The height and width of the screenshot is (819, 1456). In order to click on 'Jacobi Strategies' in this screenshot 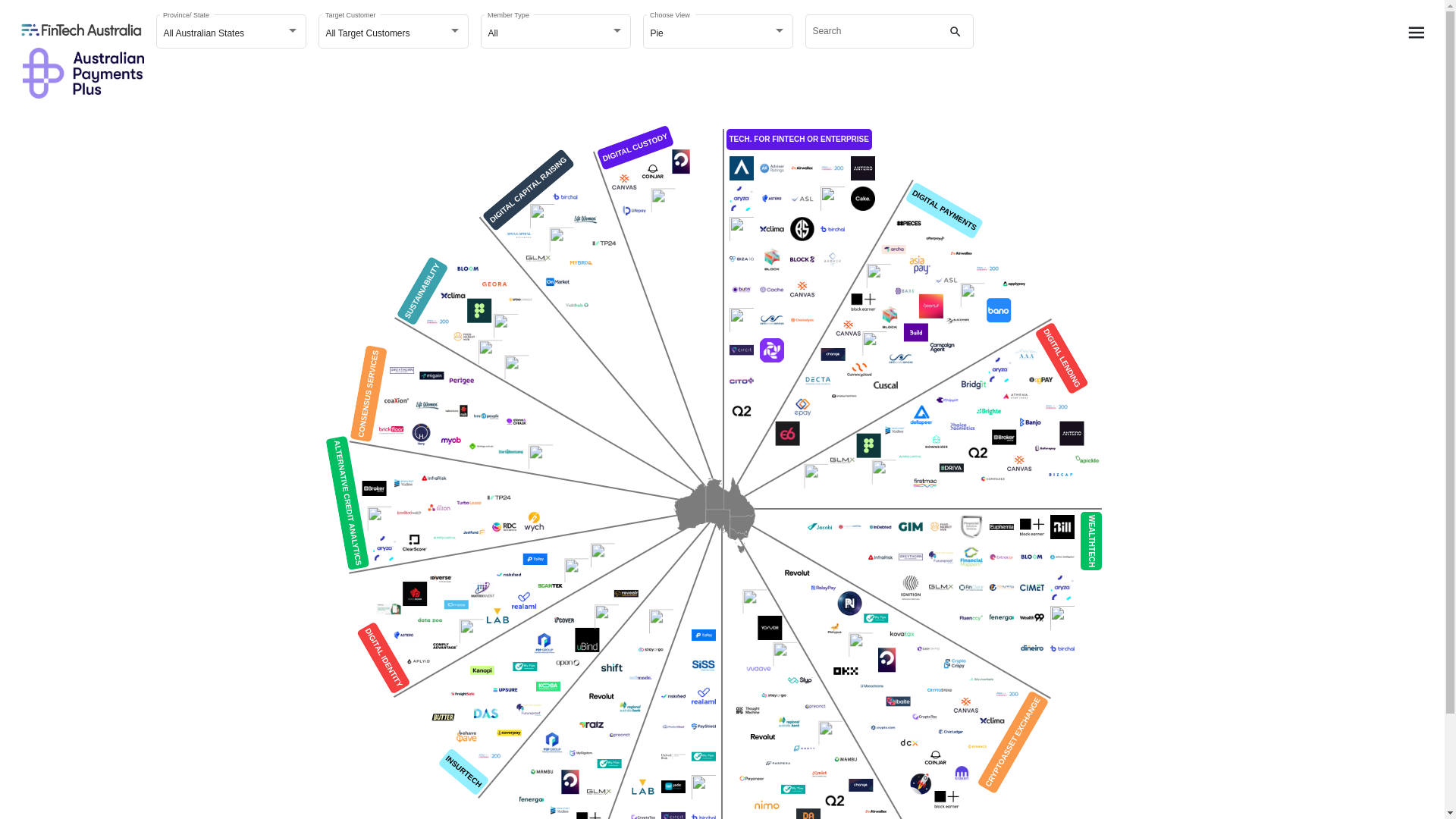, I will do `click(818, 526)`.